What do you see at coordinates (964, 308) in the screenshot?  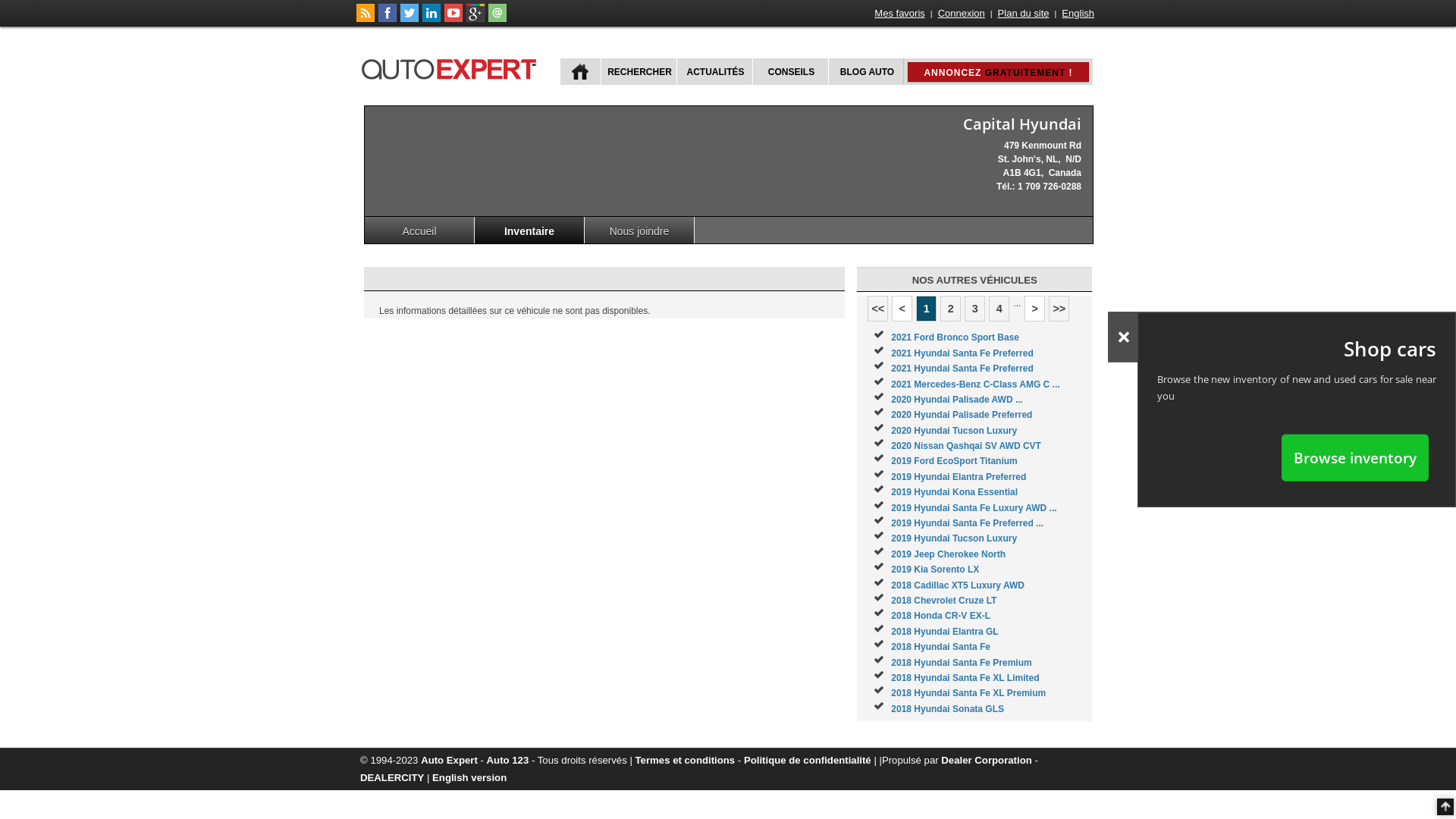 I see `'3'` at bounding box center [964, 308].